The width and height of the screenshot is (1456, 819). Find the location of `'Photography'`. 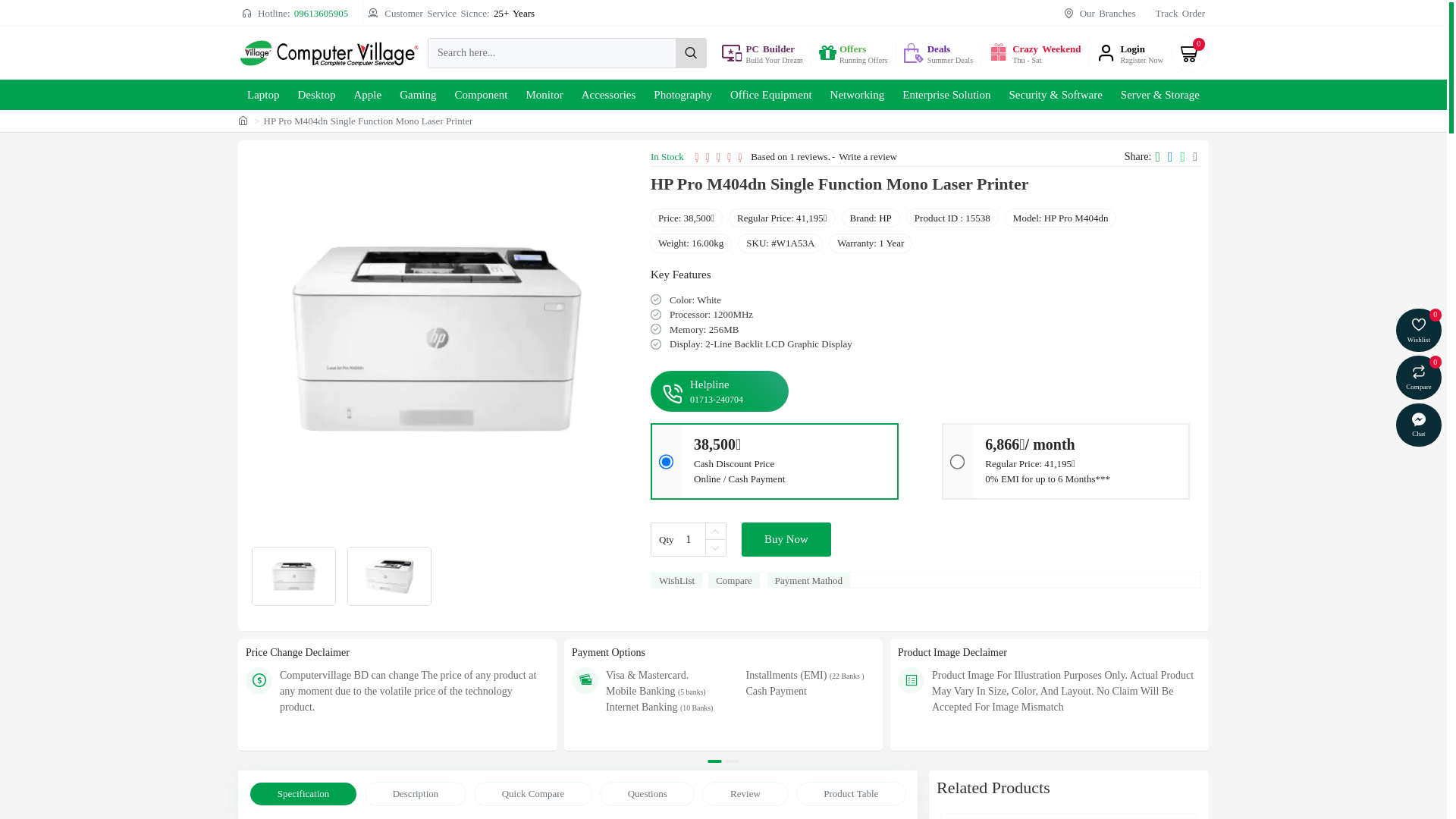

'Photography' is located at coordinates (682, 94).